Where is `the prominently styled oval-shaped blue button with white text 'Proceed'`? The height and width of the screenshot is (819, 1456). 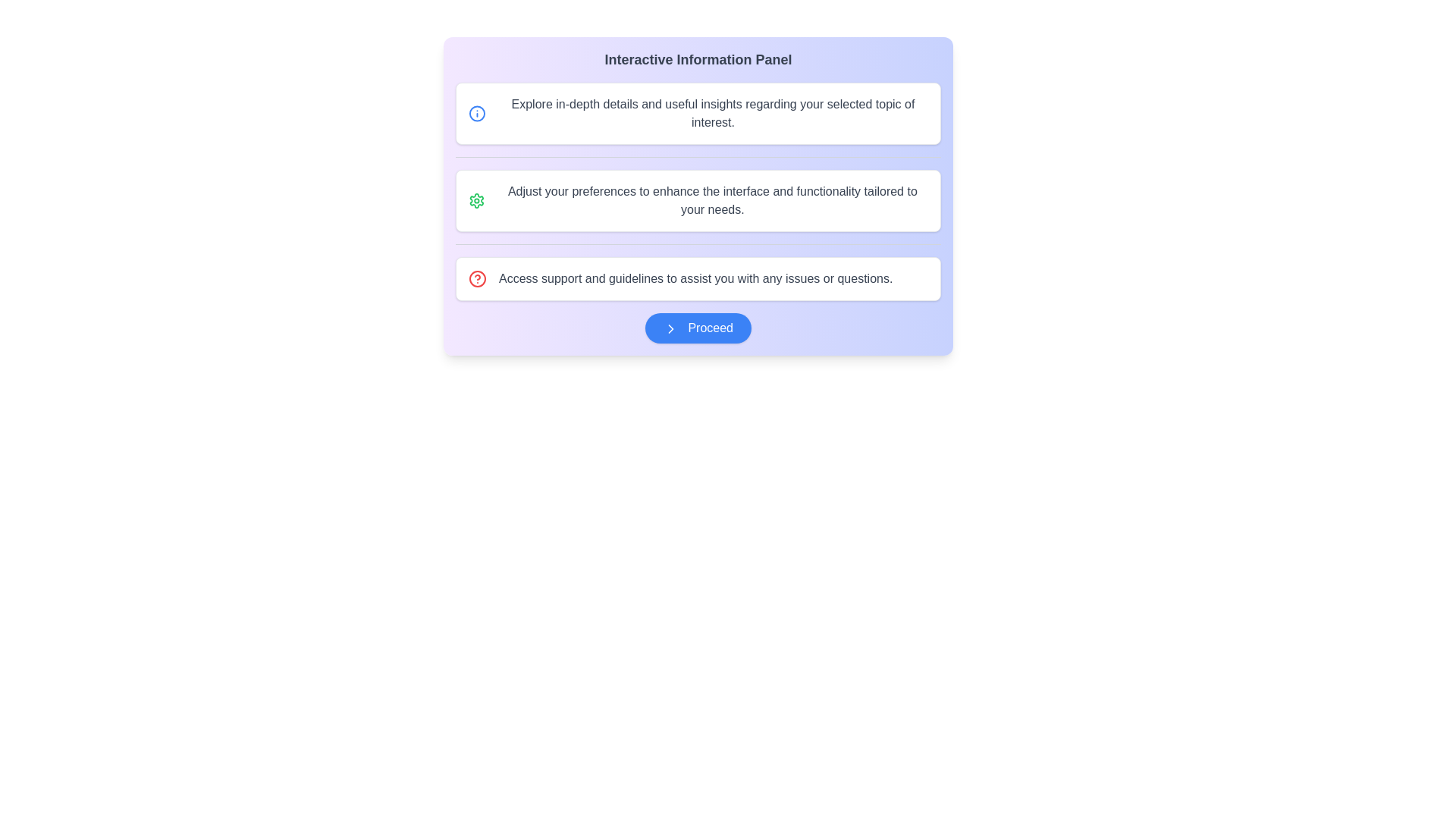 the prominently styled oval-shaped blue button with white text 'Proceed' is located at coordinates (698, 327).